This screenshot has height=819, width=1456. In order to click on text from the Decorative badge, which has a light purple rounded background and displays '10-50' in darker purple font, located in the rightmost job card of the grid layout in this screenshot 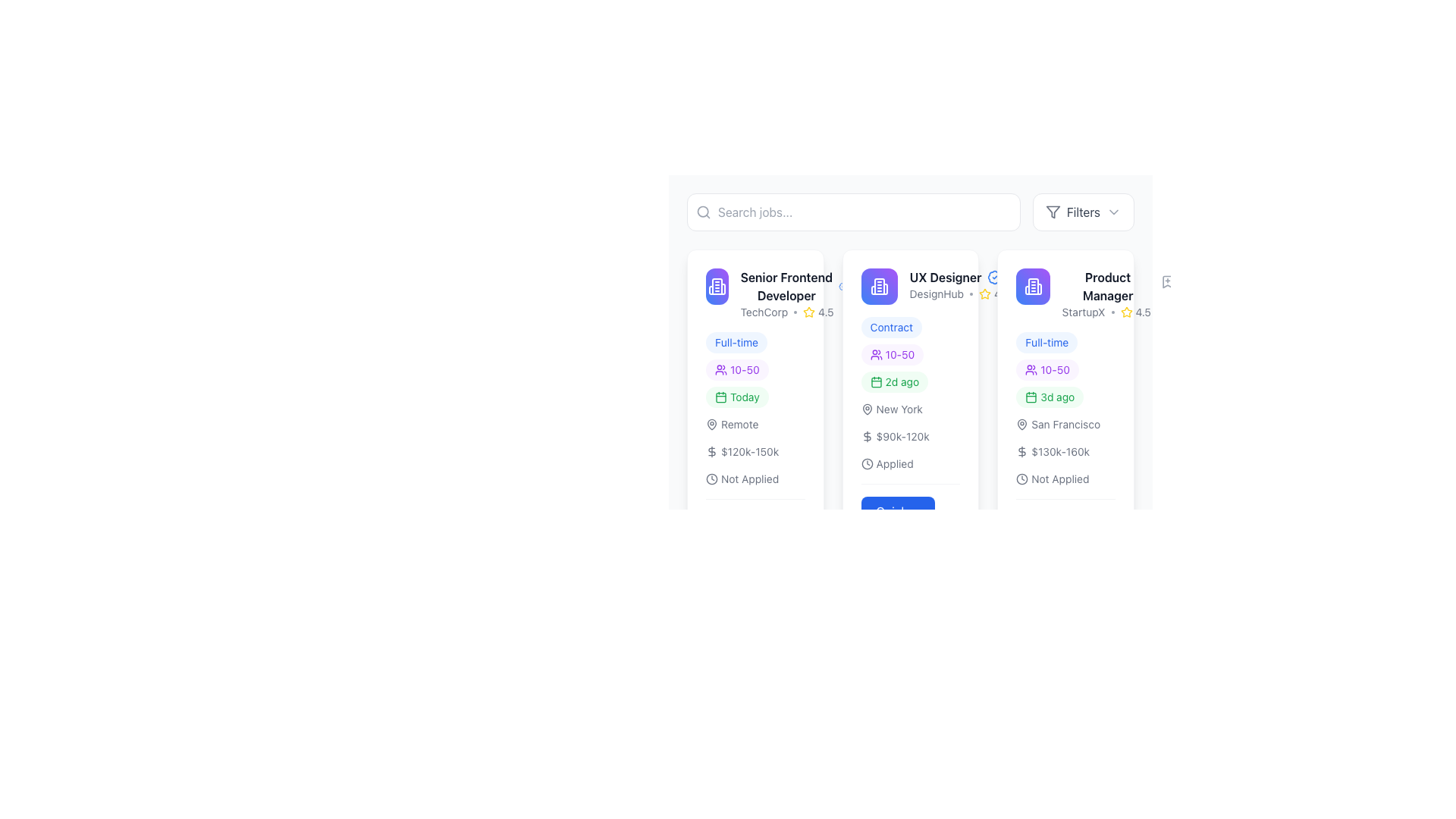, I will do `click(1046, 370)`.